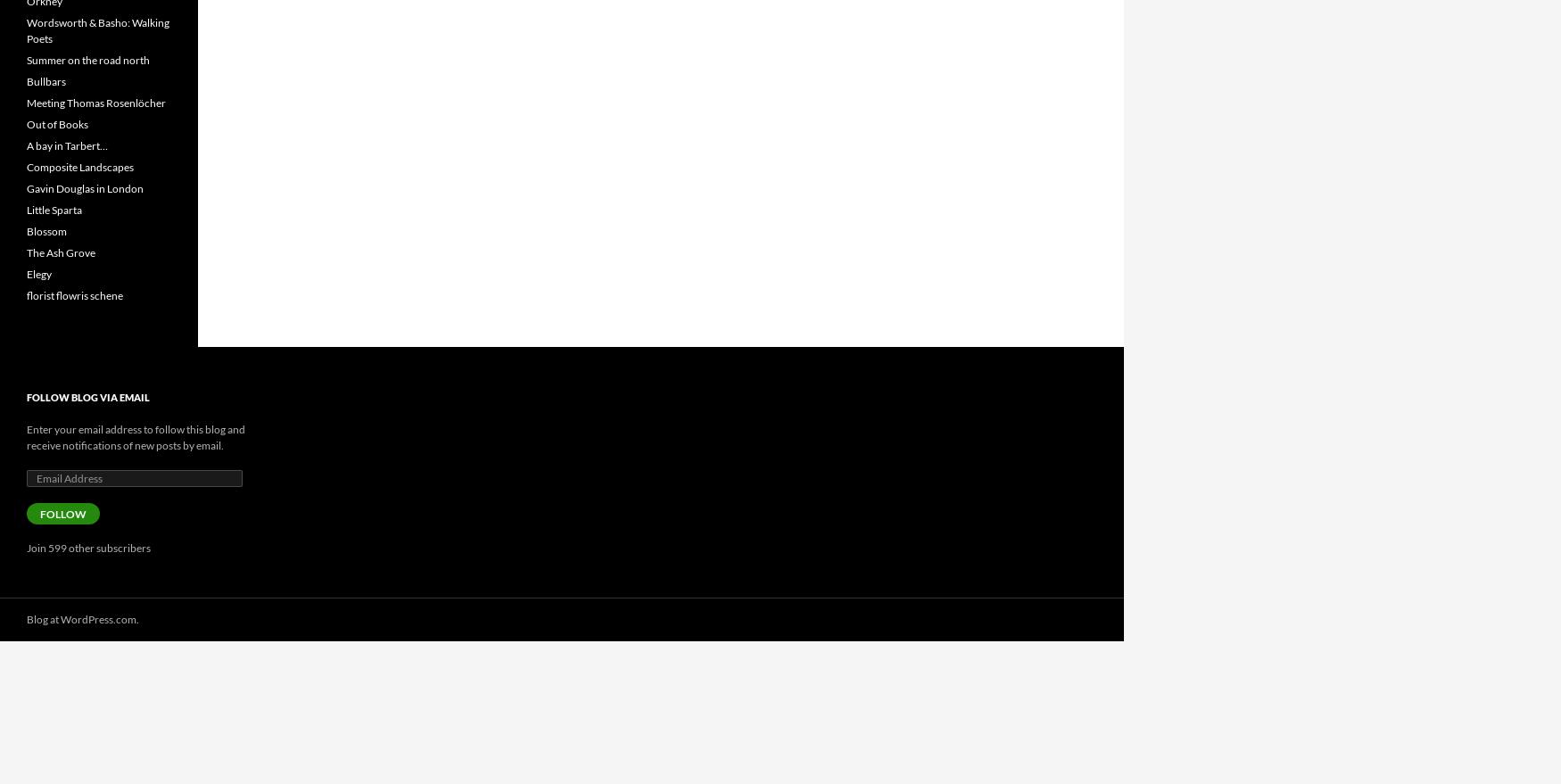 This screenshot has width=1561, height=784. I want to click on 'Bullbars', so click(45, 80).